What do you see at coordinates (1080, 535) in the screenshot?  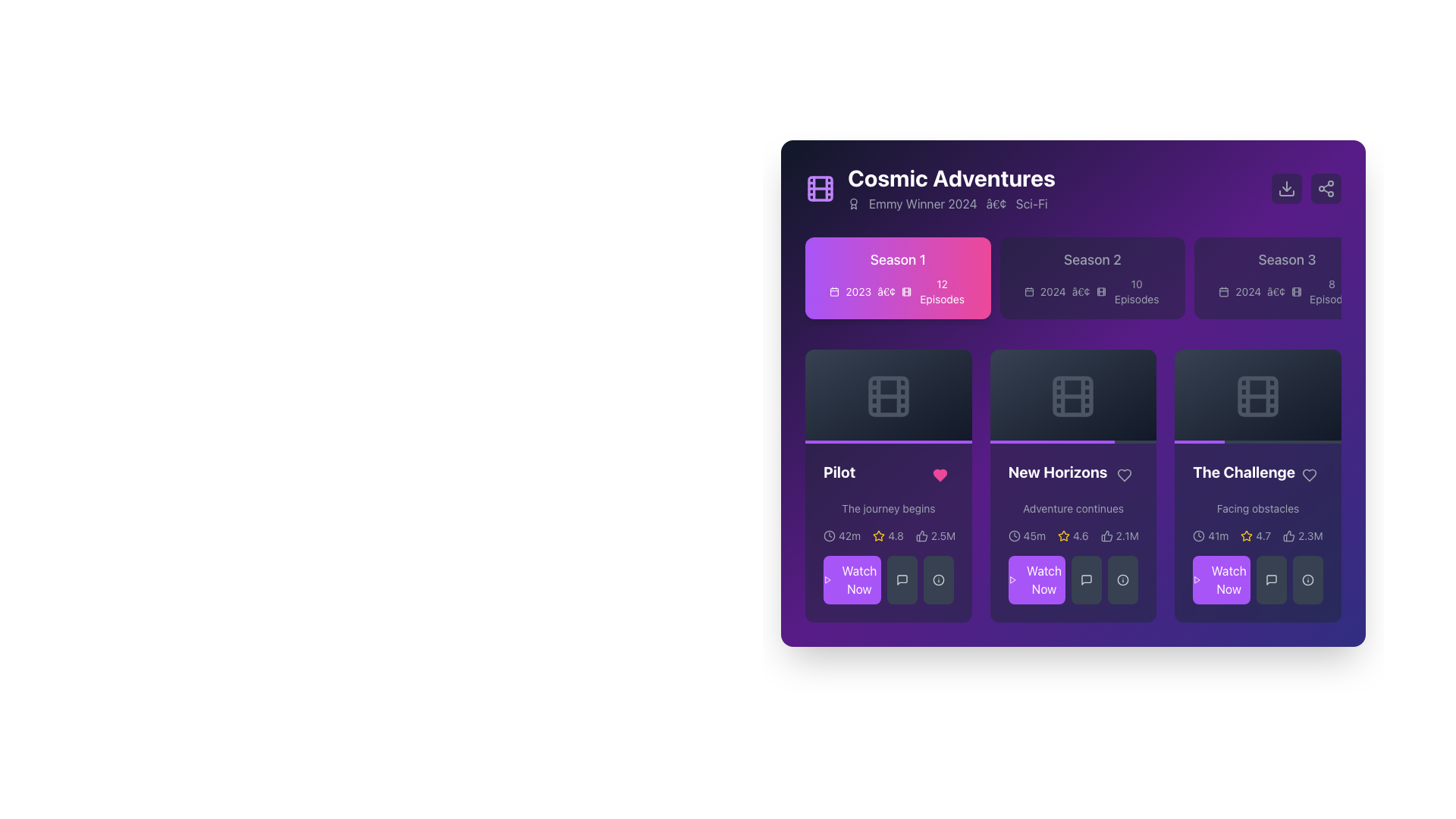 I see `the static text display indicating the rating or score in the 'New Horizons' card, located below the title and near the bottom center, adjacent to the star icon` at bounding box center [1080, 535].